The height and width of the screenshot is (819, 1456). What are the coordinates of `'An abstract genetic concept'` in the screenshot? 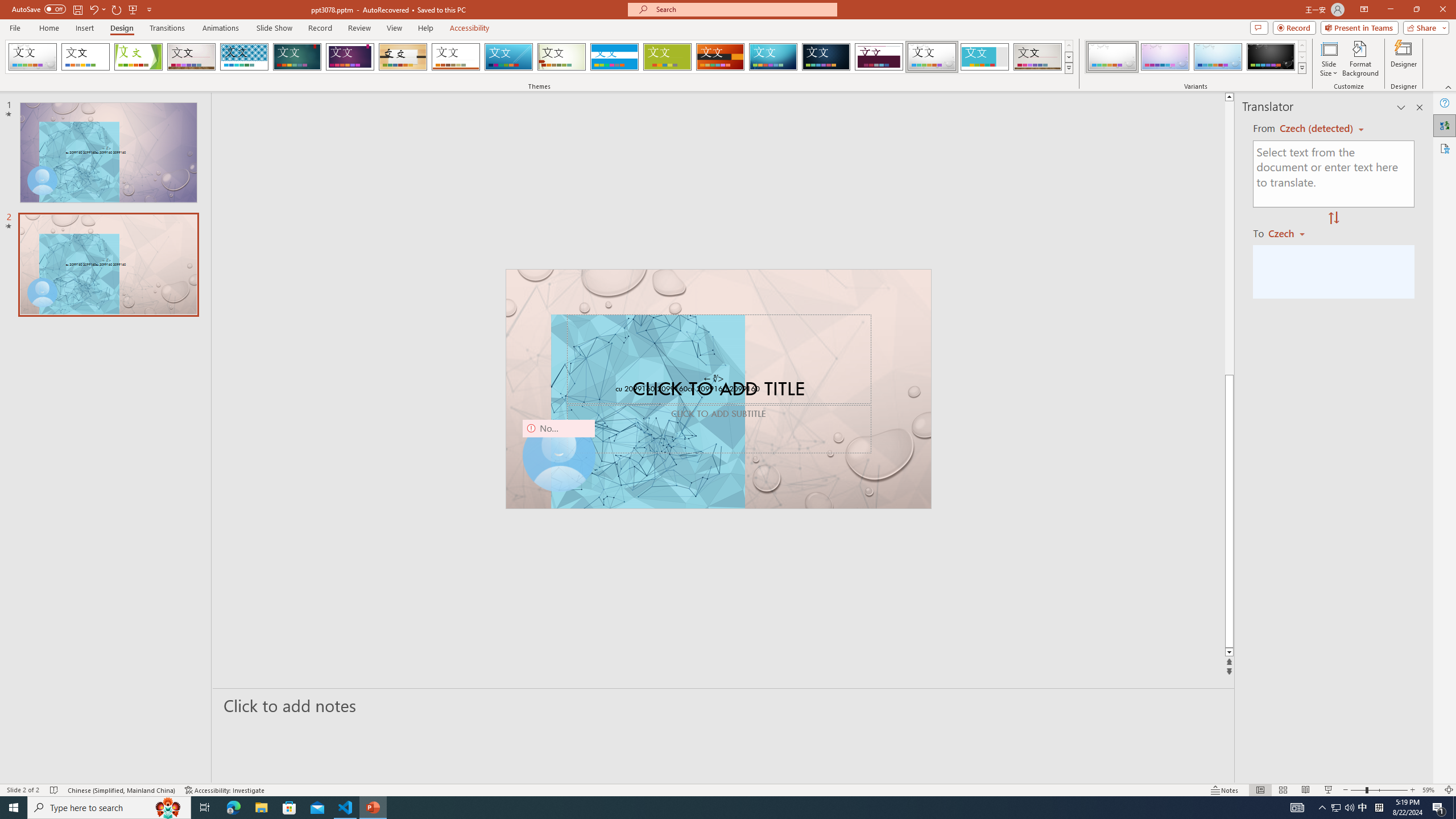 It's located at (718, 388).